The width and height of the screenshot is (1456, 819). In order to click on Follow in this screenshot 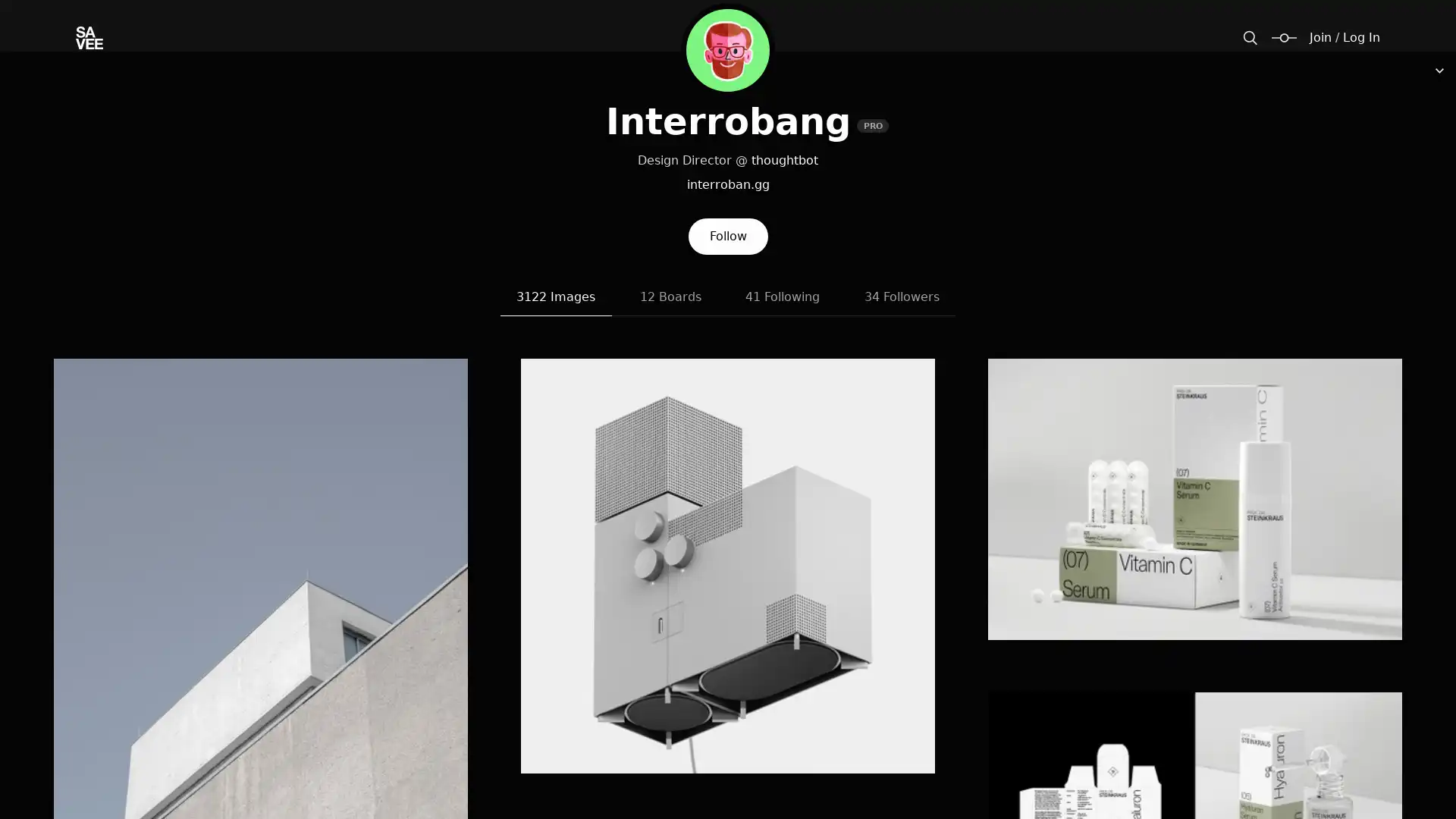, I will do `click(726, 262)`.